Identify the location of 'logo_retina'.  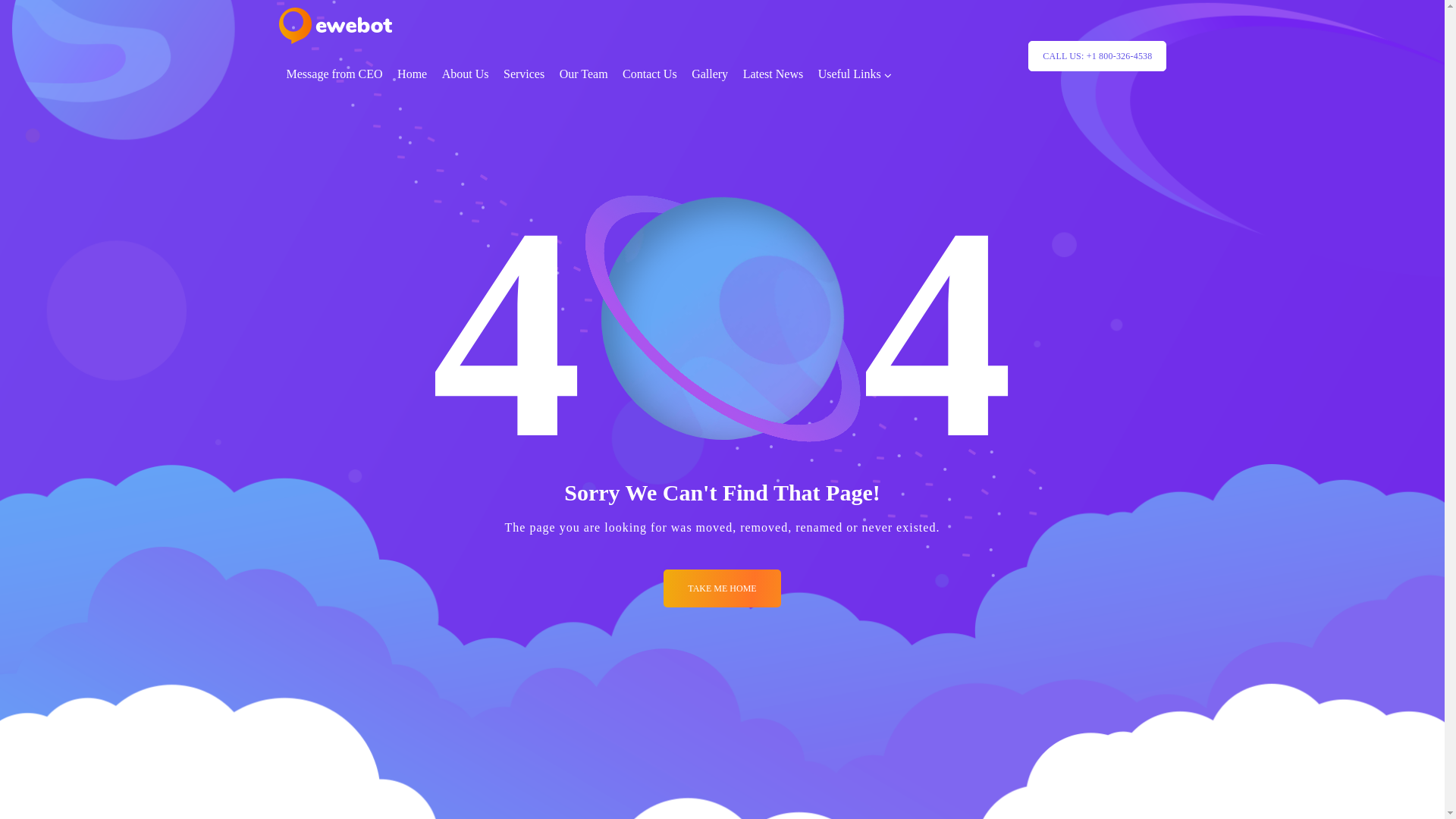
(334, 26).